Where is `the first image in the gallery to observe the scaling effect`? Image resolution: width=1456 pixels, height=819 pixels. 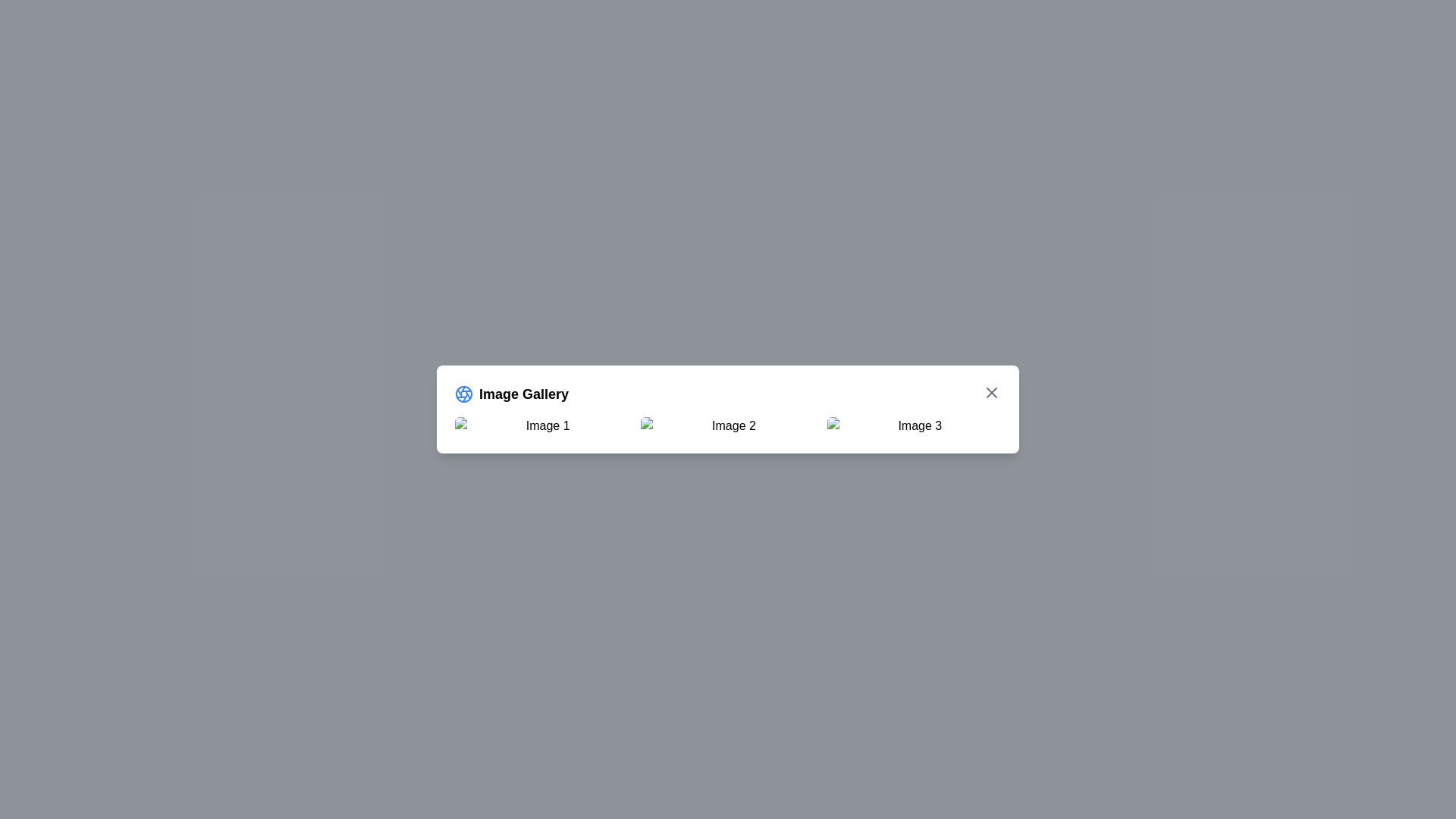 the first image in the gallery to observe the scaling effect is located at coordinates (541, 426).